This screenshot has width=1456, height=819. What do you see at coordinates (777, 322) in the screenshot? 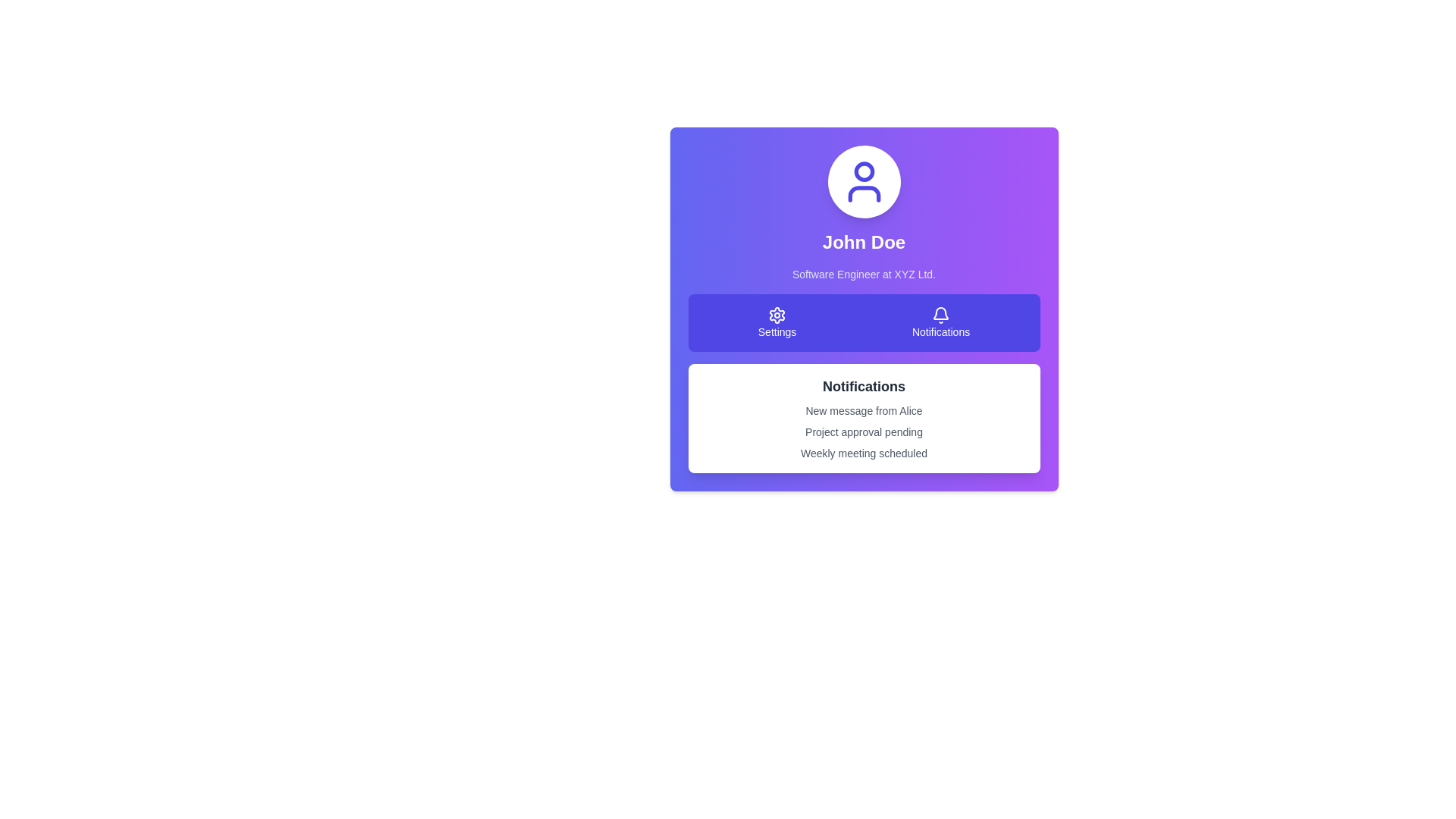
I see `the 'Settings' button, which features a gear icon and is located on the left side of the horizontal navigation bar` at bounding box center [777, 322].